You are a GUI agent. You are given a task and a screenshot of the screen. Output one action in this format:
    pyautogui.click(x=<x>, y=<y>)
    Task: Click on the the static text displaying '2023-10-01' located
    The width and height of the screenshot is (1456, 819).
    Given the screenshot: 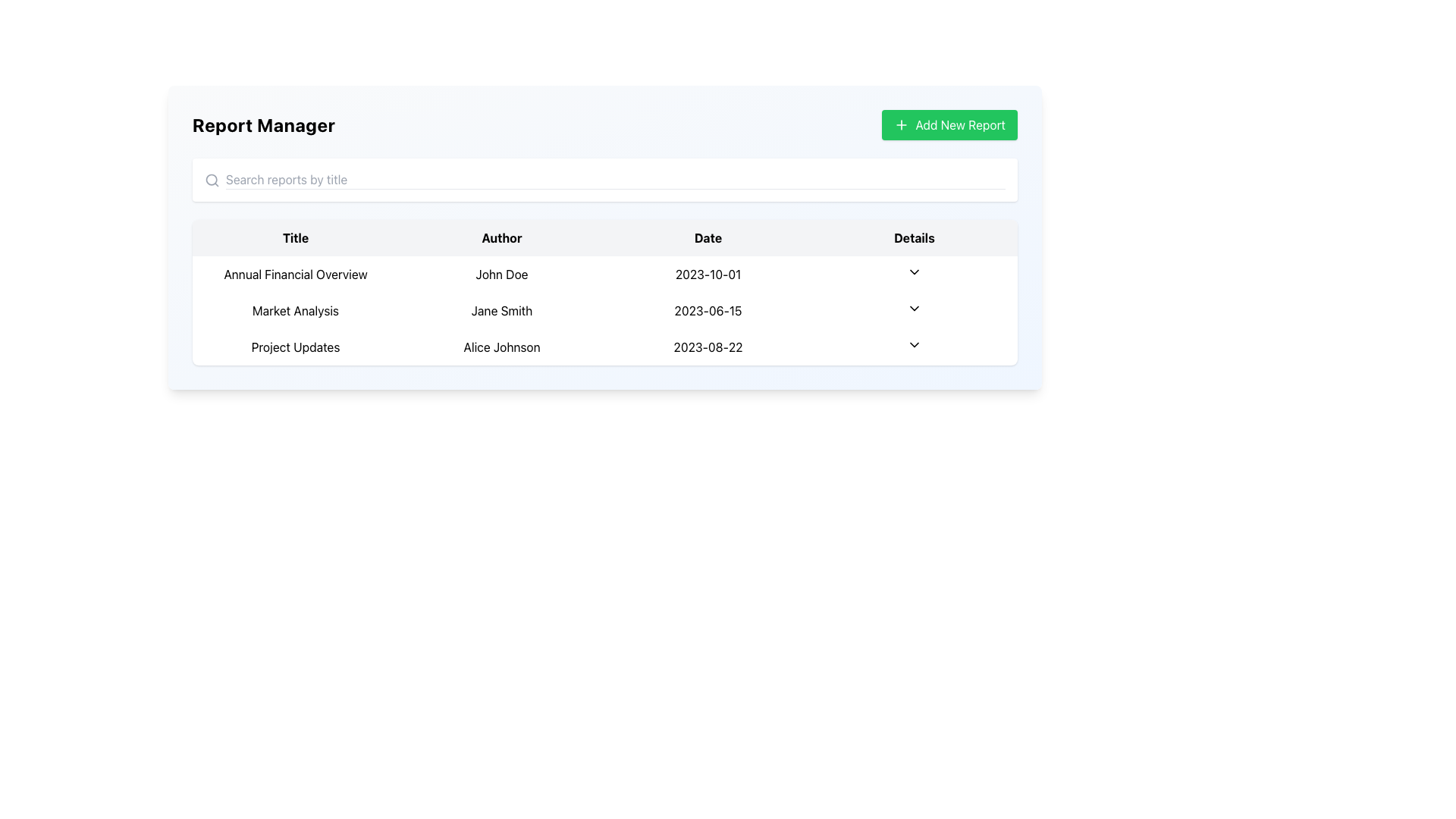 What is the action you would take?
    pyautogui.click(x=708, y=275)
    